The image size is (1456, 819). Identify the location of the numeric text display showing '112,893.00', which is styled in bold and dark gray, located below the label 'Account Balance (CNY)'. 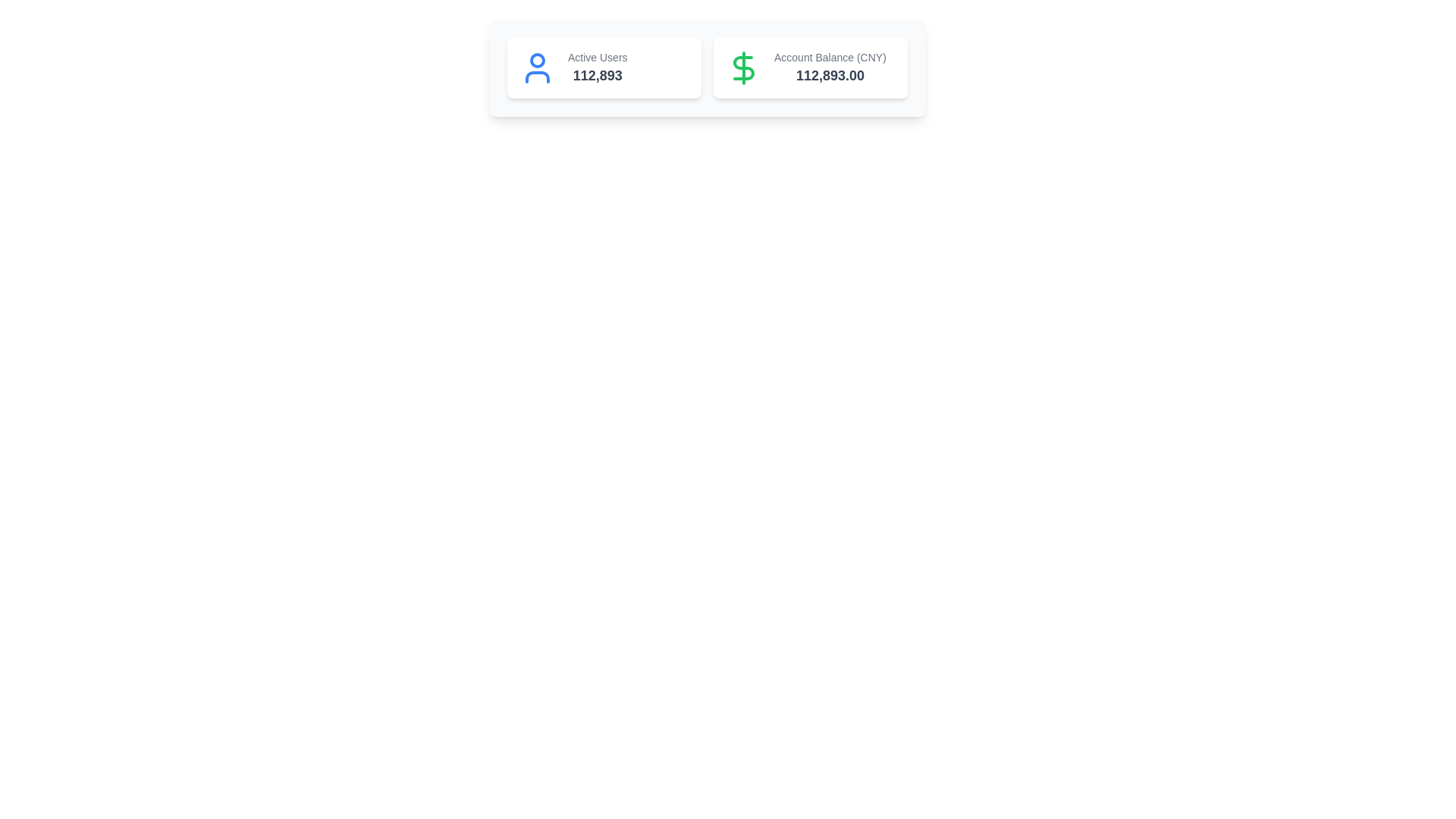
(829, 76).